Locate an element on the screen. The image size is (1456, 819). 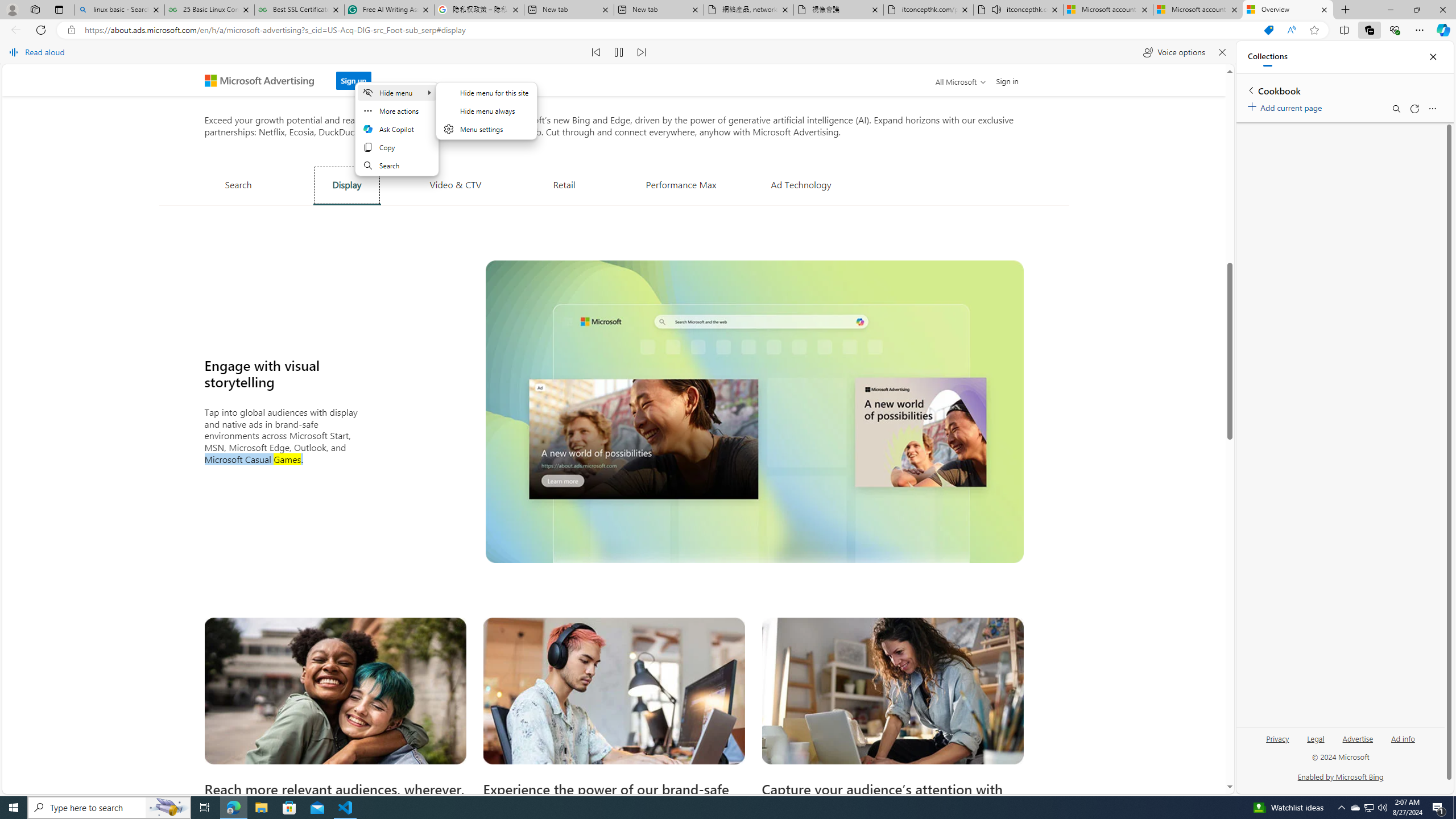
'linux basic - Search' is located at coordinates (118, 9).